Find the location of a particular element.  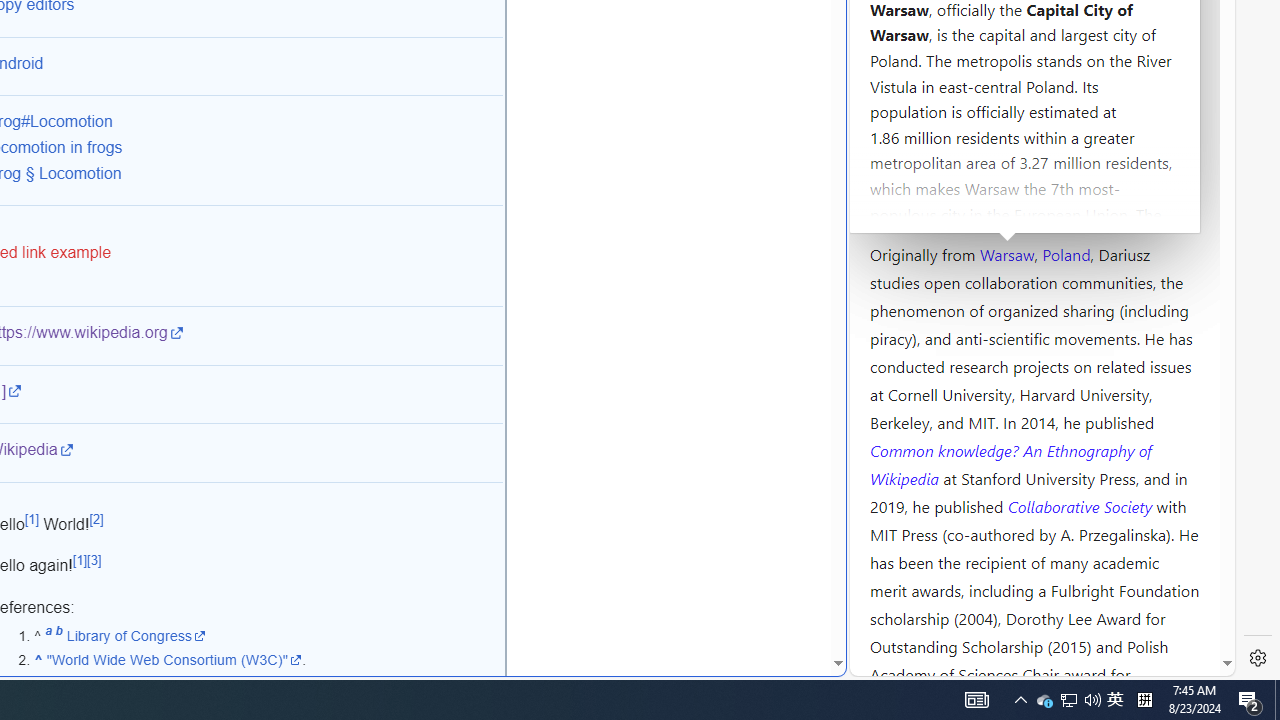

'Jump up' is located at coordinates (39, 660).